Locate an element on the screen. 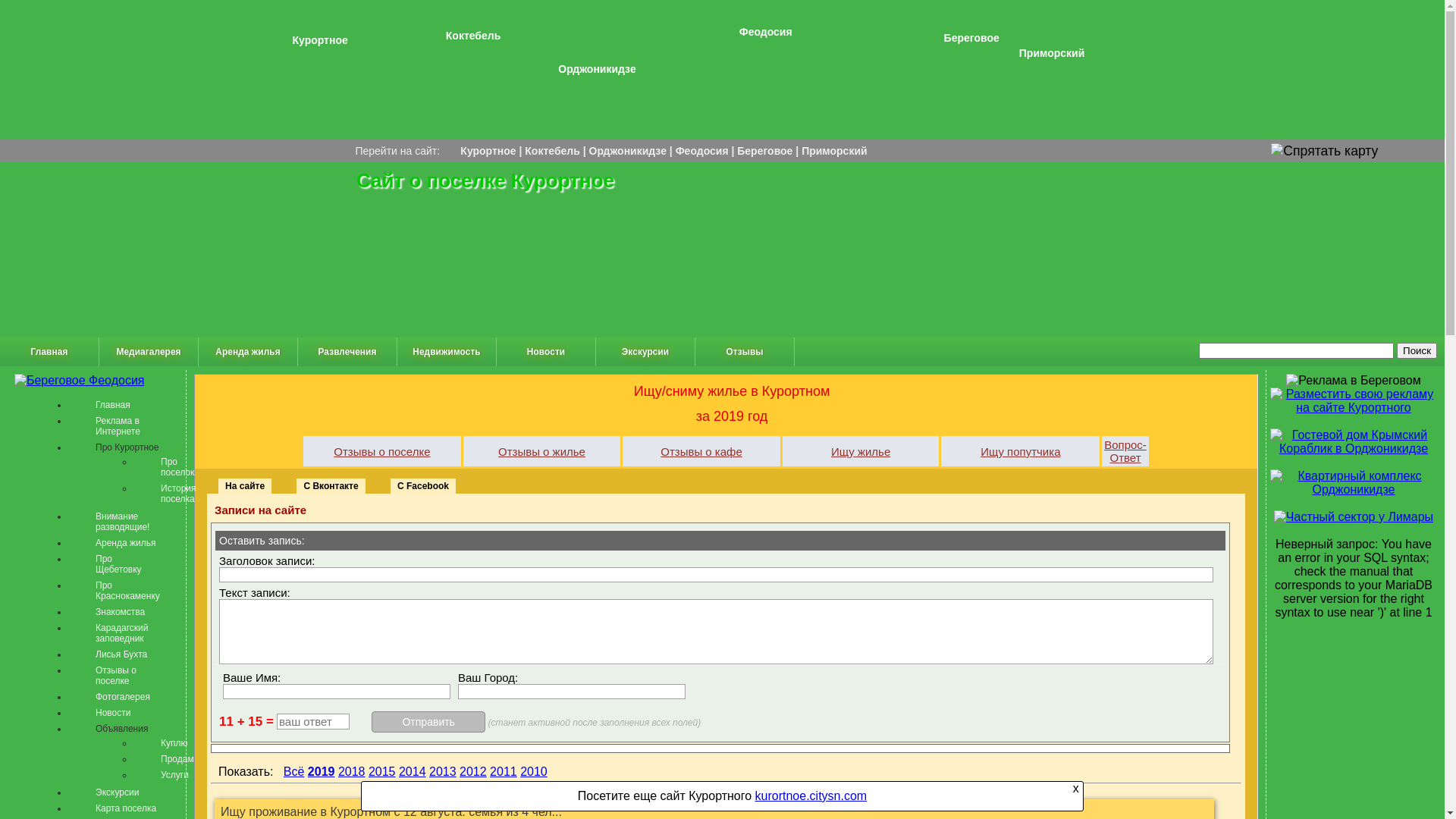 This screenshot has width=1456, height=819. 'kurortnoe.citysn.com' is located at coordinates (811, 795).